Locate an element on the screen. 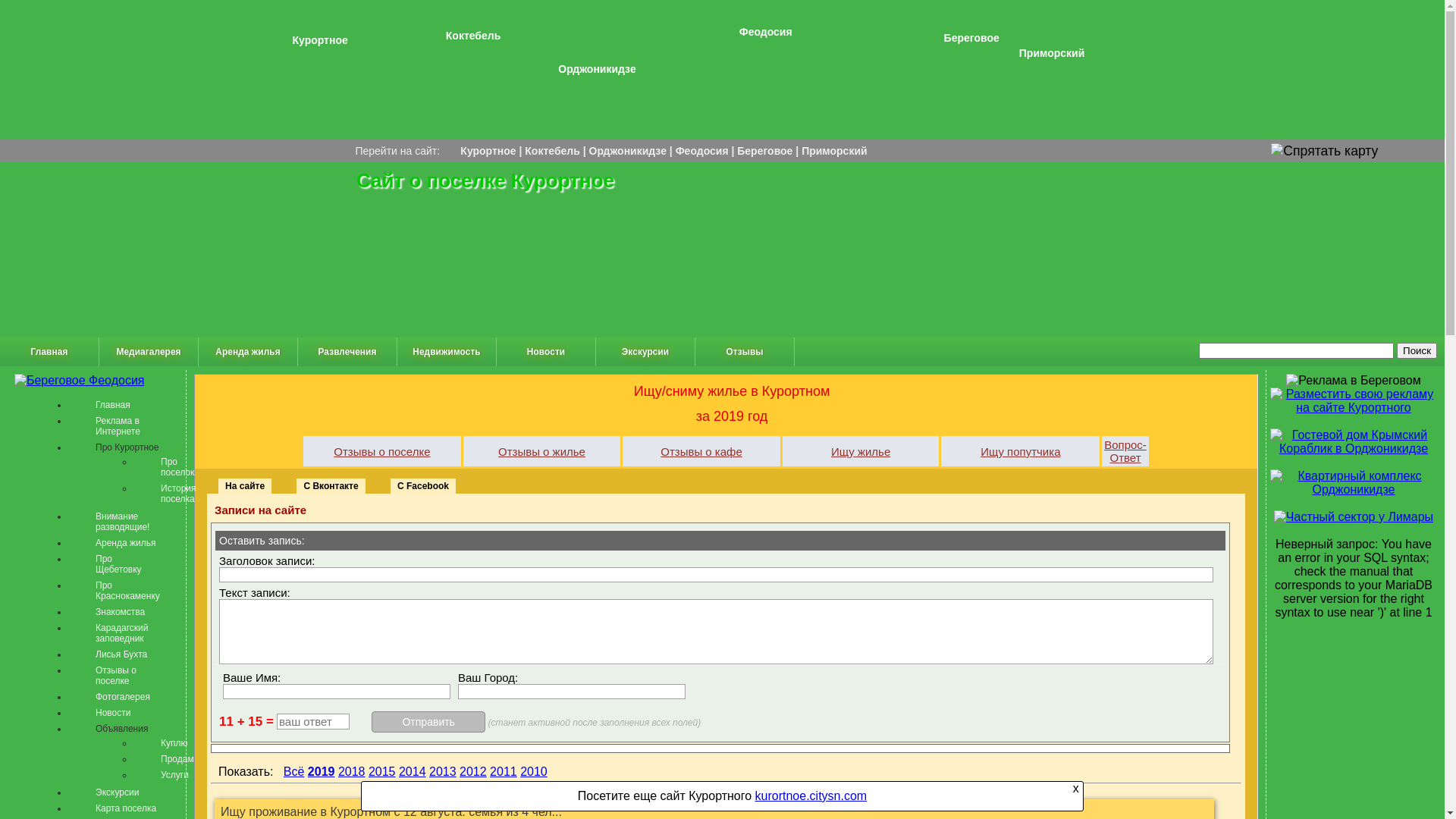 This screenshot has width=1456, height=819. 'kurortnoe.citysn.com' is located at coordinates (811, 795).